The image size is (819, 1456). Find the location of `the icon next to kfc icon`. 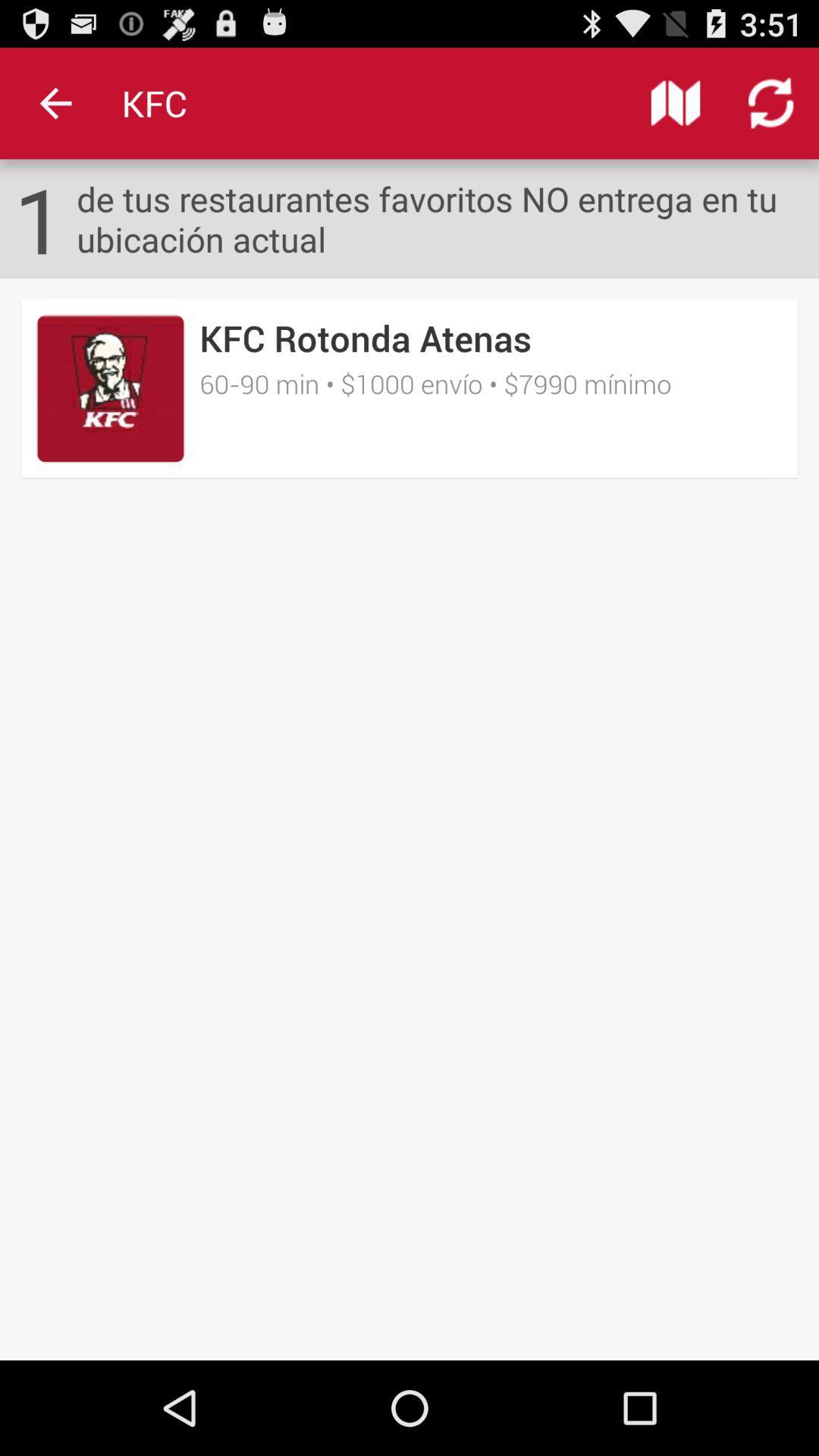

the icon next to kfc icon is located at coordinates (675, 102).